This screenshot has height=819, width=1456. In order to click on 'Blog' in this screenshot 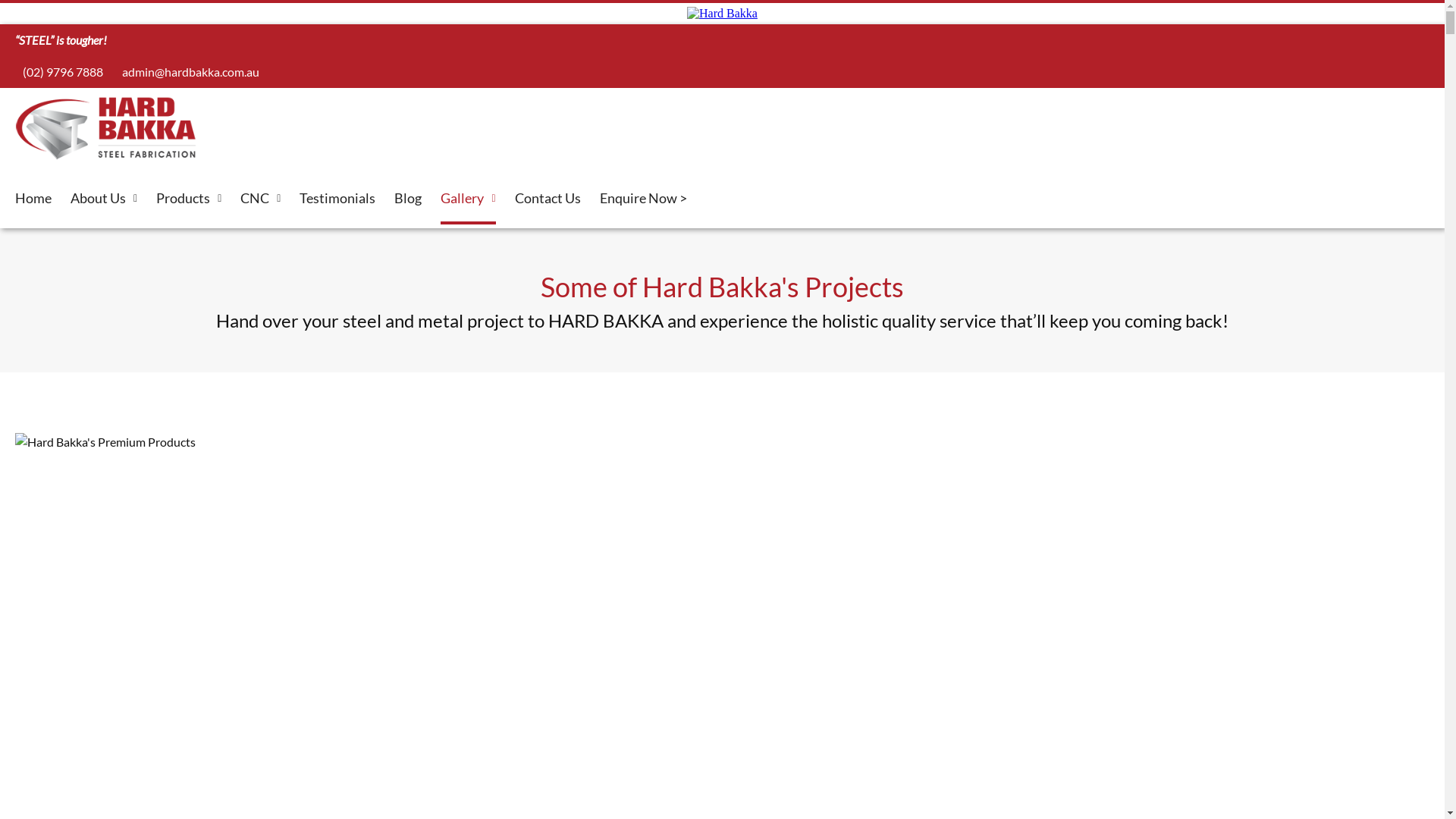, I will do `click(407, 198)`.